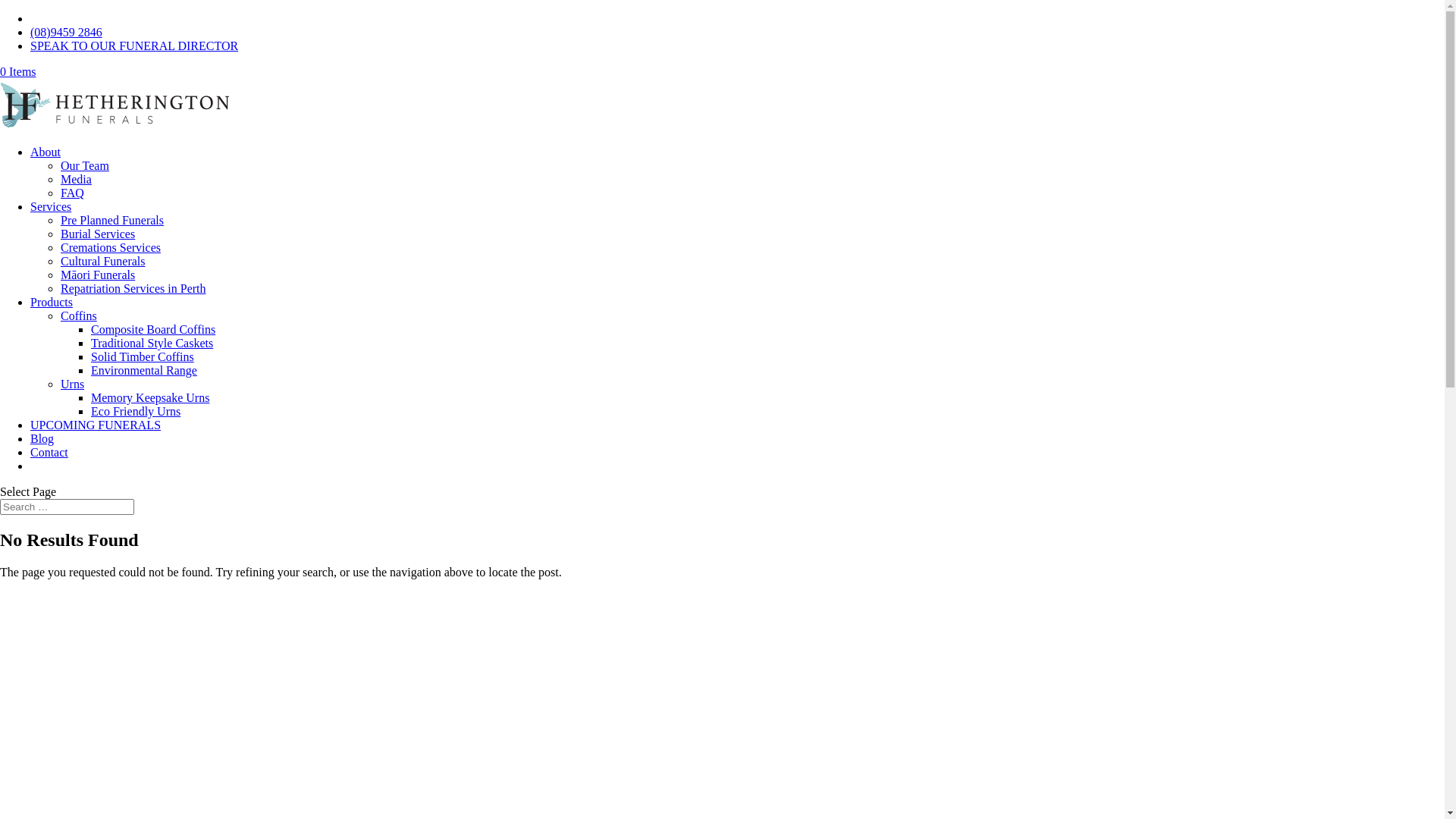 The image size is (1456, 819). What do you see at coordinates (78, 315) in the screenshot?
I see `'Coffins'` at bounding box center [78, 315].